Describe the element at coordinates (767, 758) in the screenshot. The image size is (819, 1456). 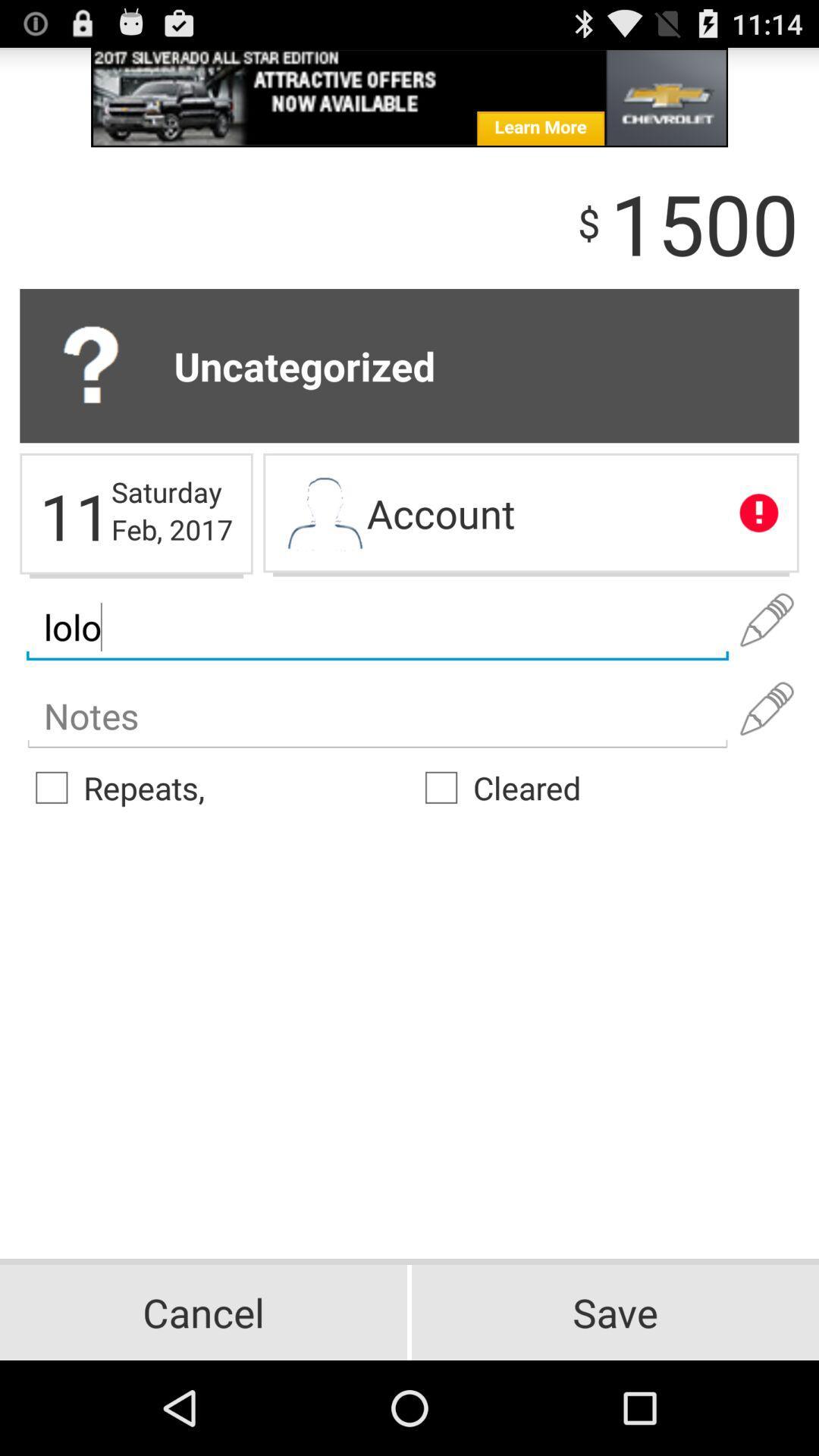
I see `the edit icon` at that location.